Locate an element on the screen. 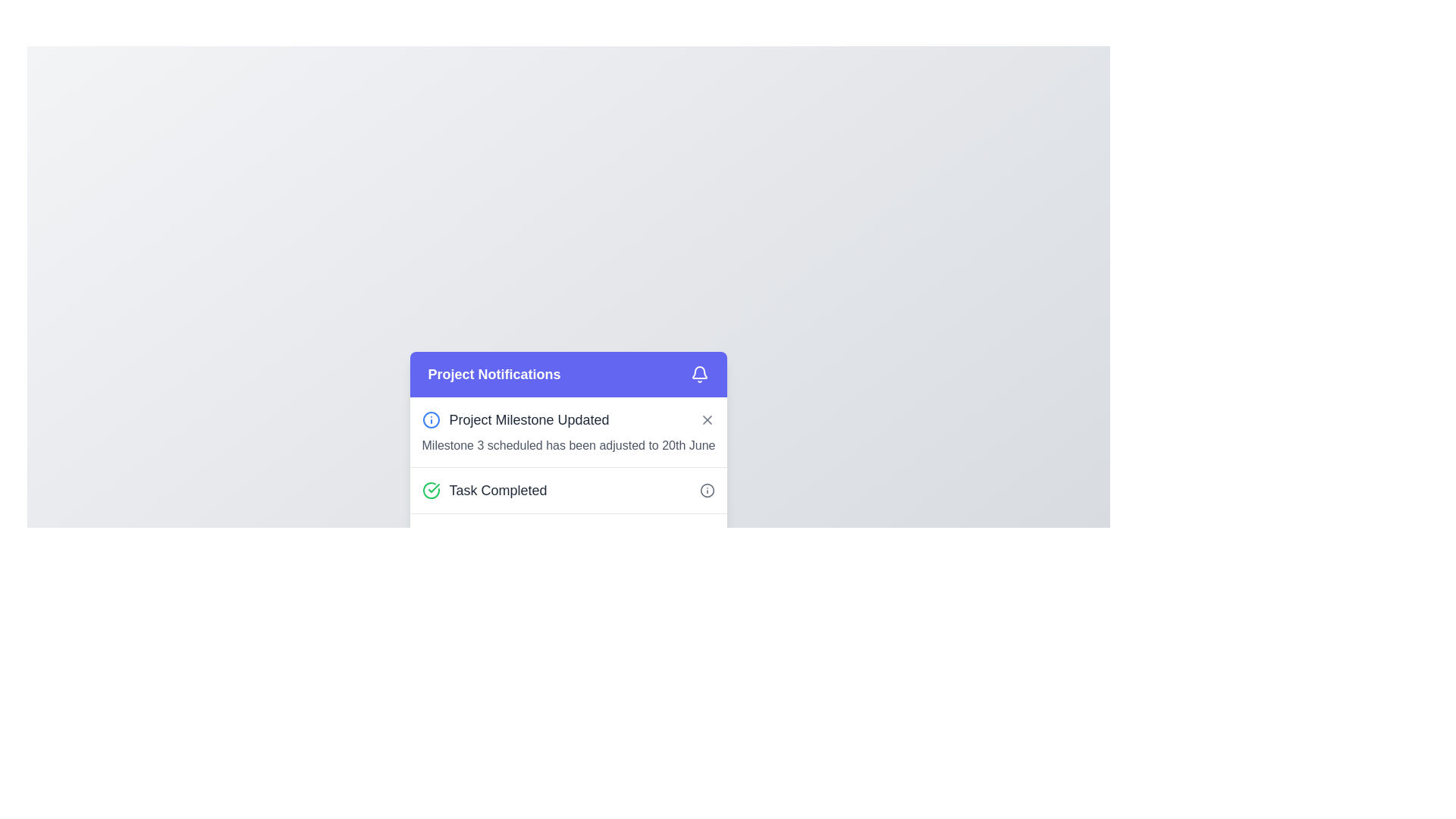 This screenshot has width=1456, height=819. the notification bell icon located in the top-right corner of the notification interface is located at coordinates (699, 372).